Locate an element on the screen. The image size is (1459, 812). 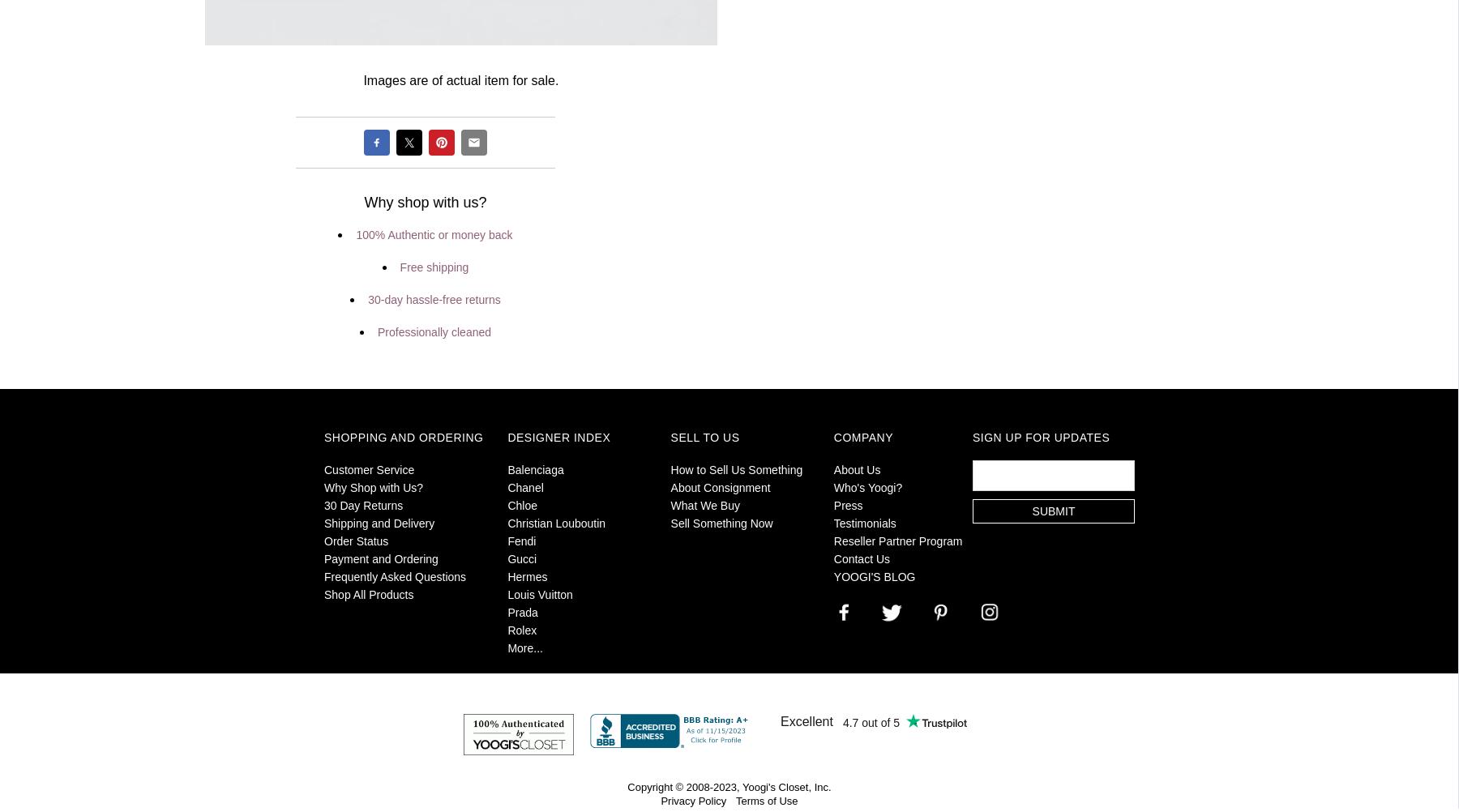
'Press' is located at coordinates (832, 504).